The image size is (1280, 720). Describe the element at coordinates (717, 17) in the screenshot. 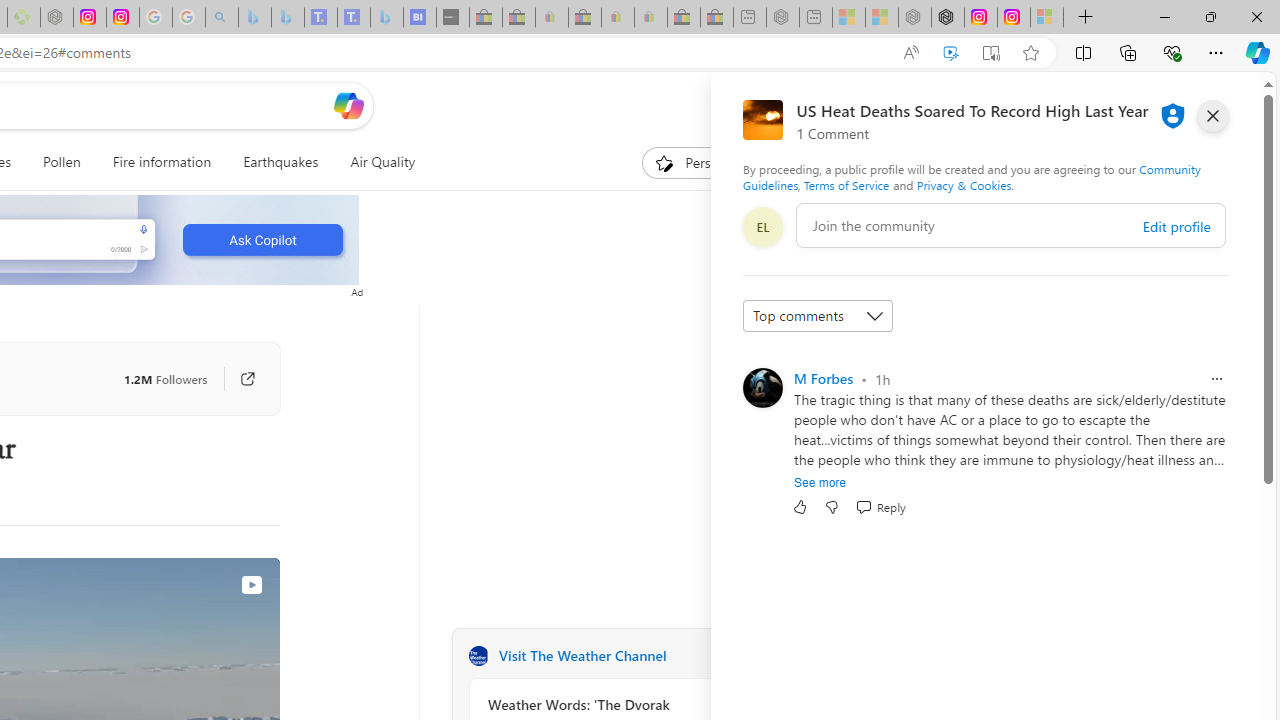

I see `'Yard, Garden & Outdoor Living - Sleeping'` at that location.